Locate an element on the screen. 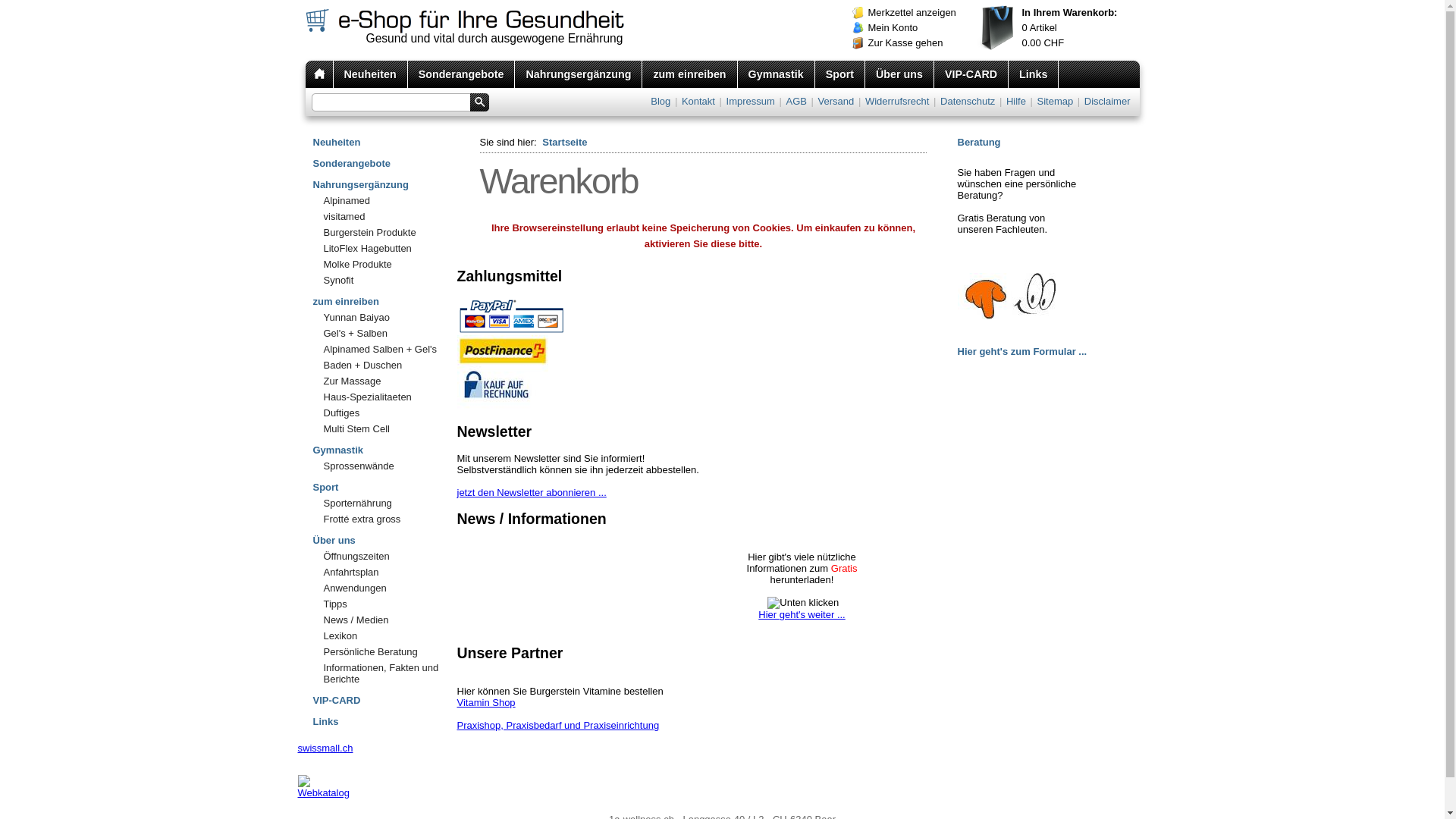 The height and width of the screenshot is (819, 1456). 'visitamed' is located at coordinates (384, 216).